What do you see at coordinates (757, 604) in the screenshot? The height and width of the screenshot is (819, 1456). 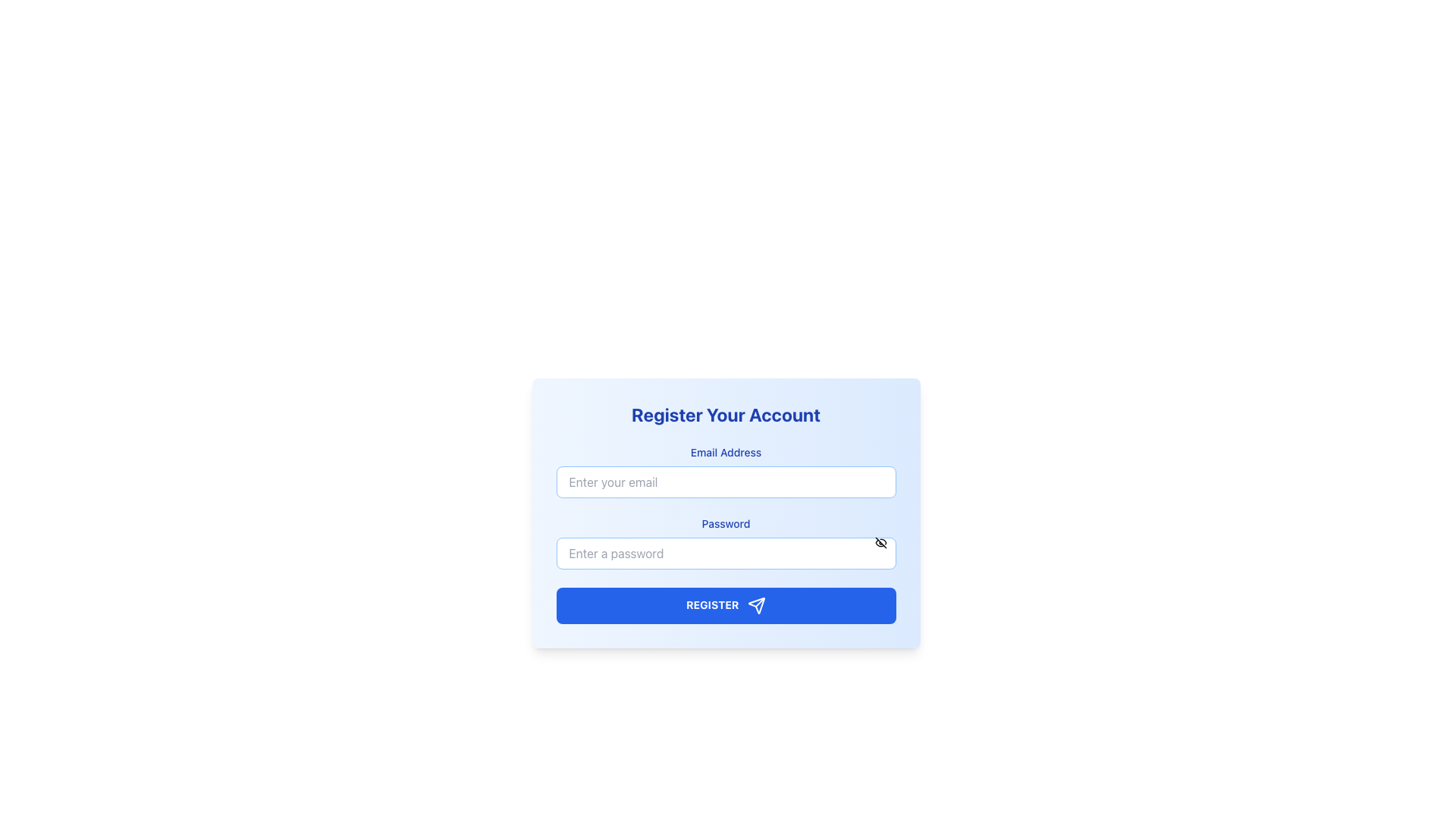 I see `the paper plane icon with a blue stroke located to the right of the 'REGISTER' button to interact with the button action` at bounding box center [757, 604].